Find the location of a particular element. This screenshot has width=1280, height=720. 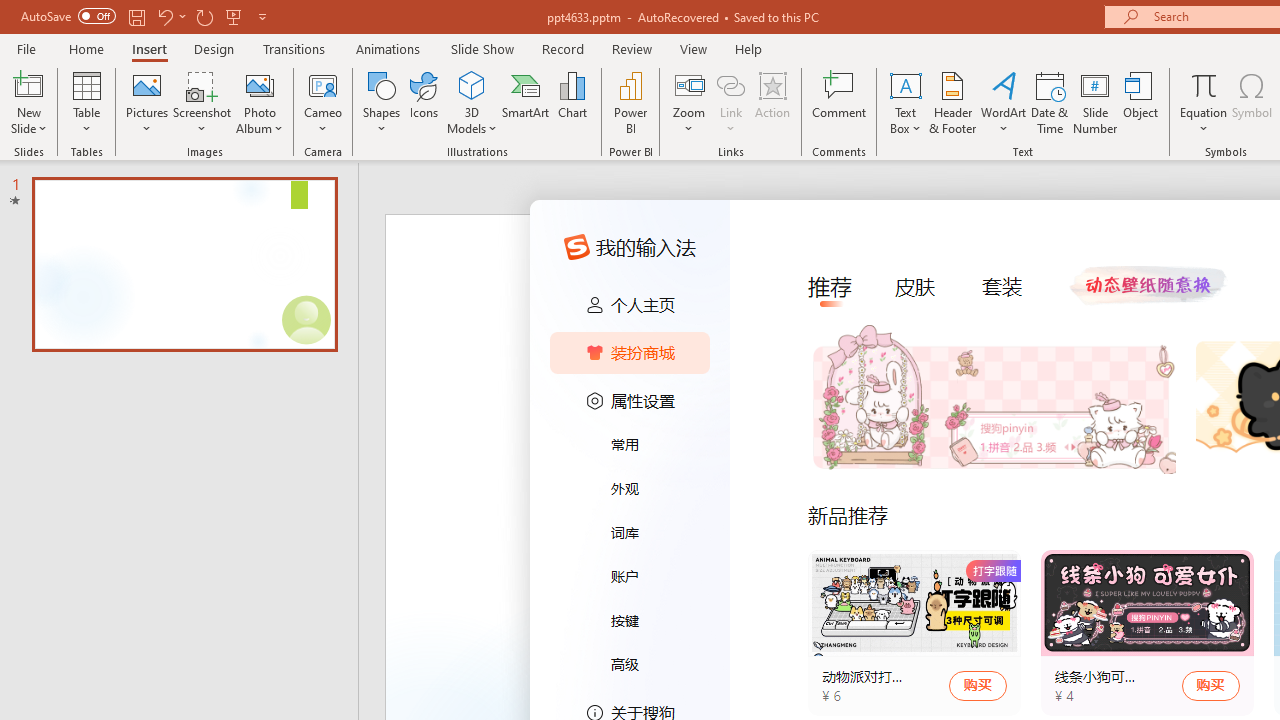

'3D Models' is located at coordinates (471, 103).